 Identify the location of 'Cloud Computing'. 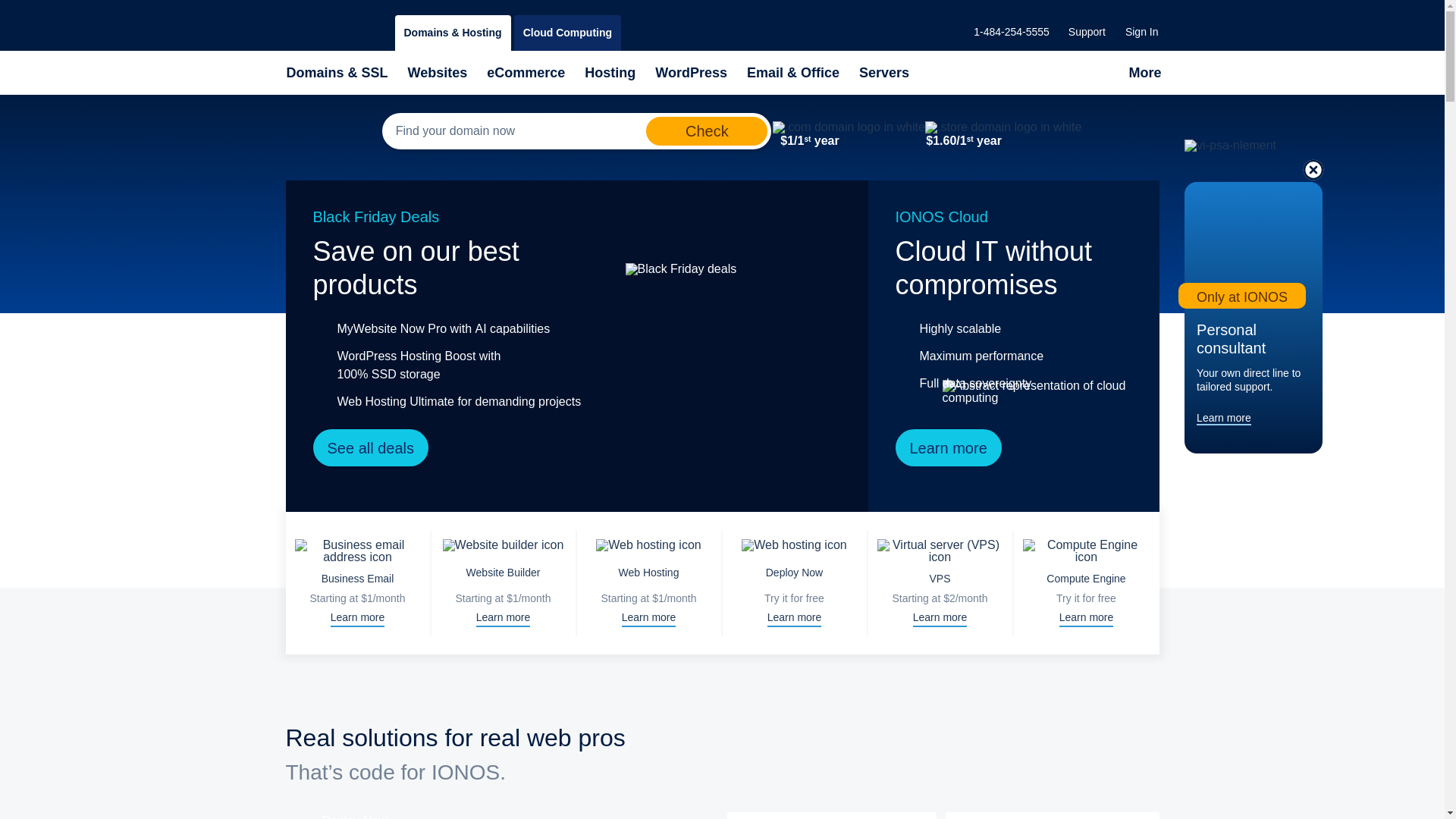
(566, 33).